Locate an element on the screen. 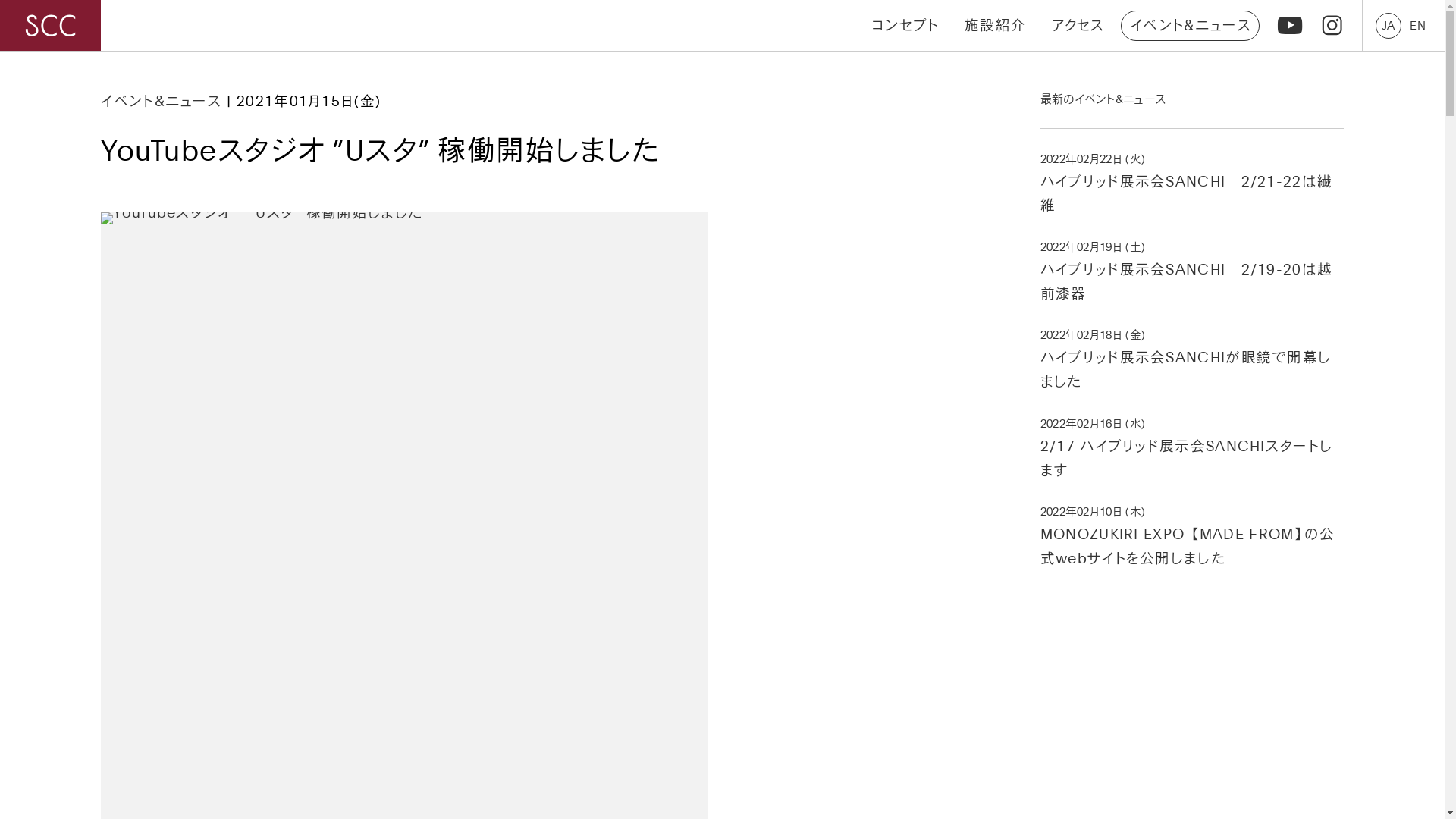  'JA' is located at coordinates (1388, 25).